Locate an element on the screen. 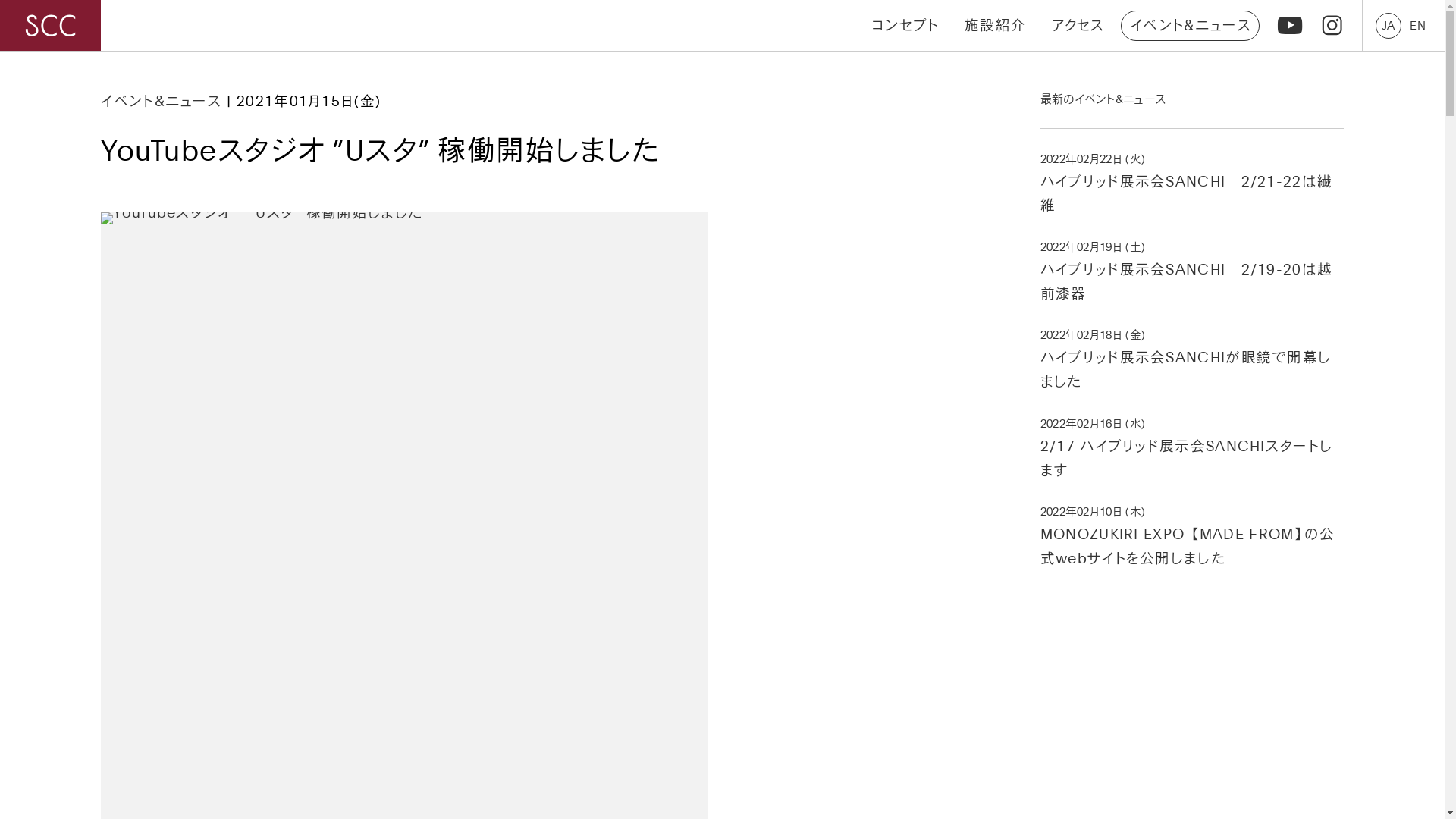  'JA' is located at coordinates (1388, 25).